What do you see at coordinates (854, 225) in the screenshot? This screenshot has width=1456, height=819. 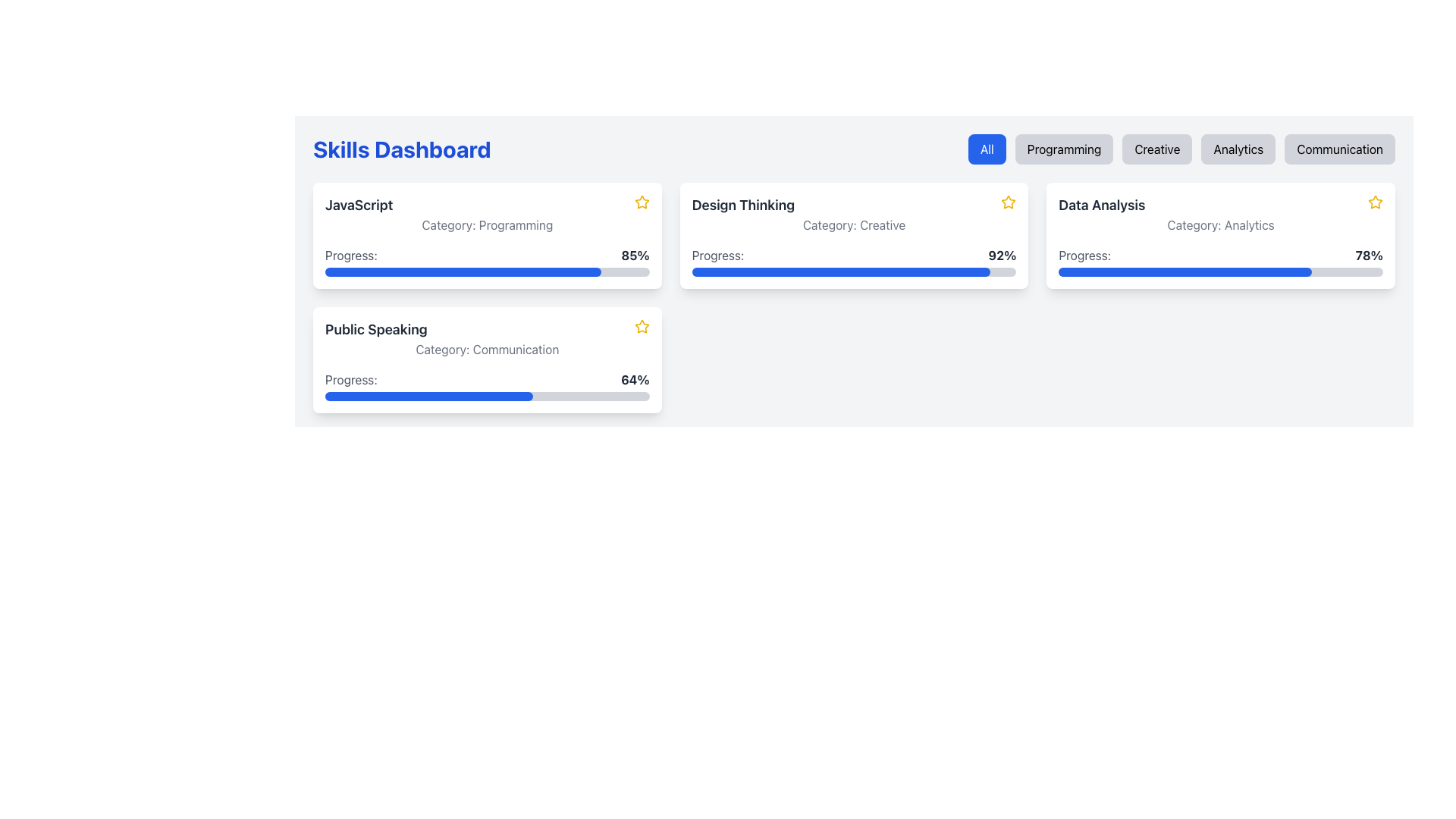 I see `the static text label displaying 'Category: Creative', which is centrally aligned within the white card of the 'Design Thinking' section on the dashboard` at bounding box center [854, 225].